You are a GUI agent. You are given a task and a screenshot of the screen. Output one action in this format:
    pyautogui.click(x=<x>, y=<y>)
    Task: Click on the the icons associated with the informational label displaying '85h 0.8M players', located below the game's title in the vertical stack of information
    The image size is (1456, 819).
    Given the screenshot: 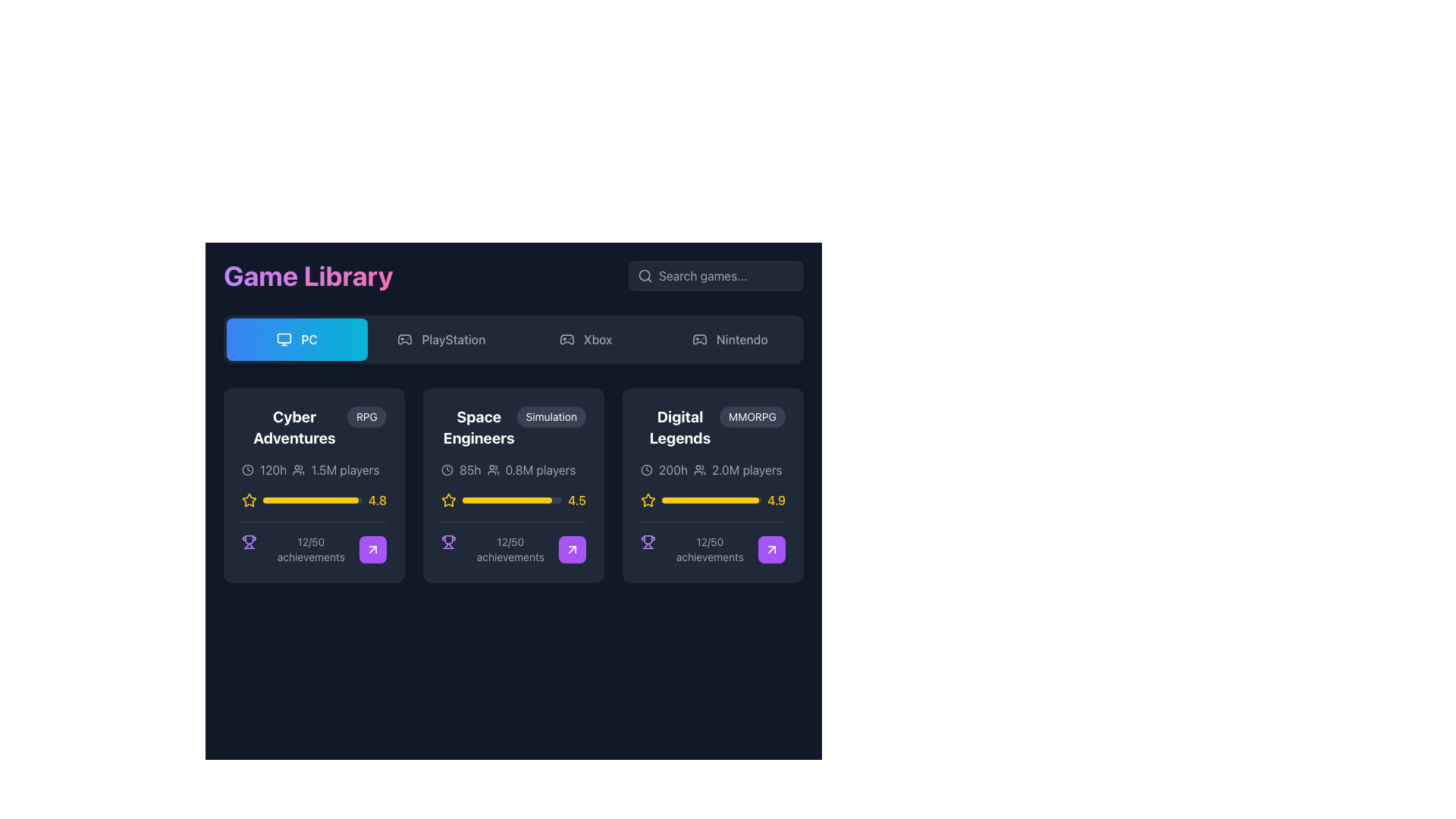 What is the action you would take?
    pyautogui.click(x=513, y=469)
    